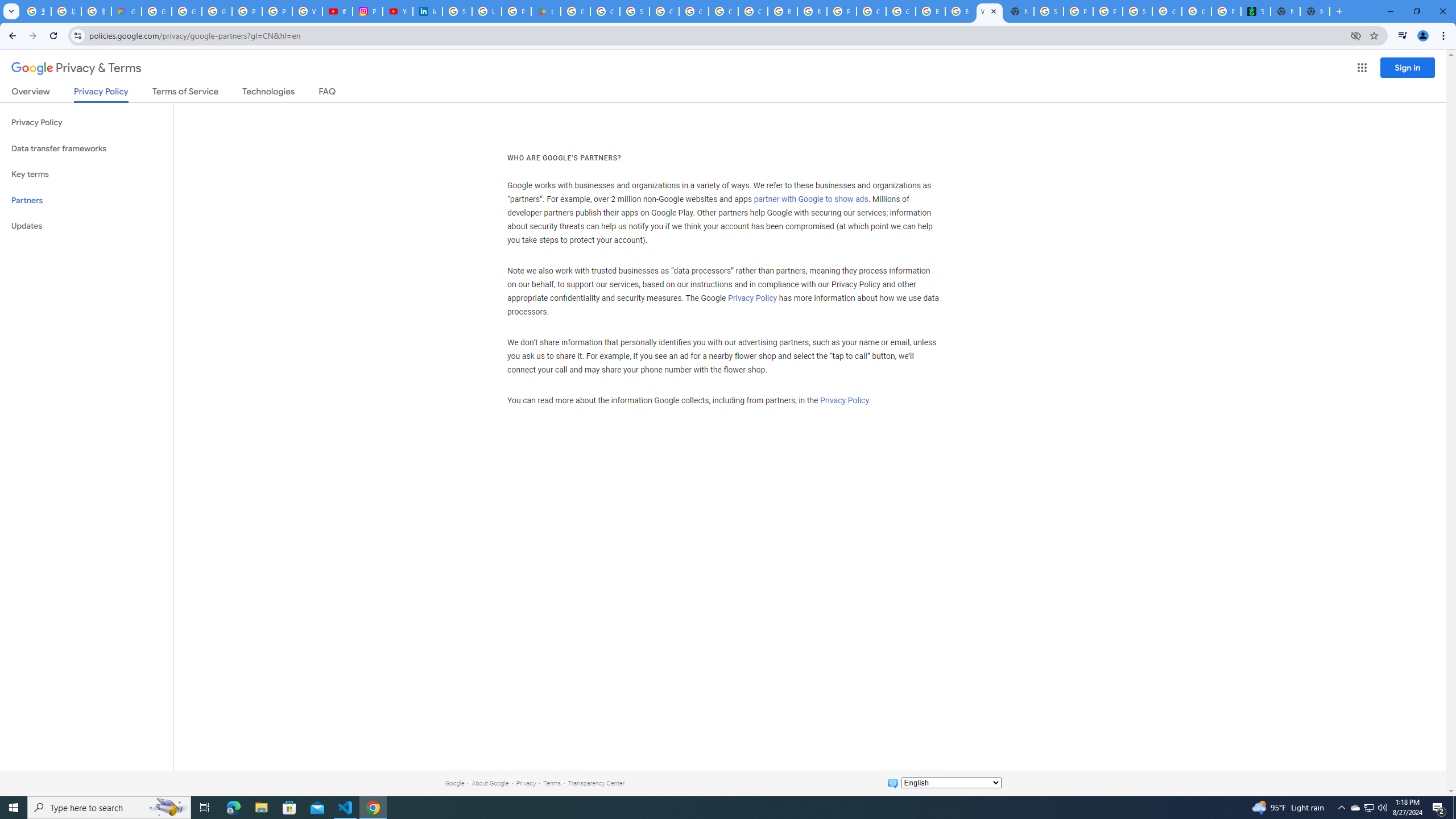 The width and height of the screenshot is (1456, 819). What do you see at coordinates (552, 783) in the screenshot?
I see `'Terms'` at bounding box center [552, 783].